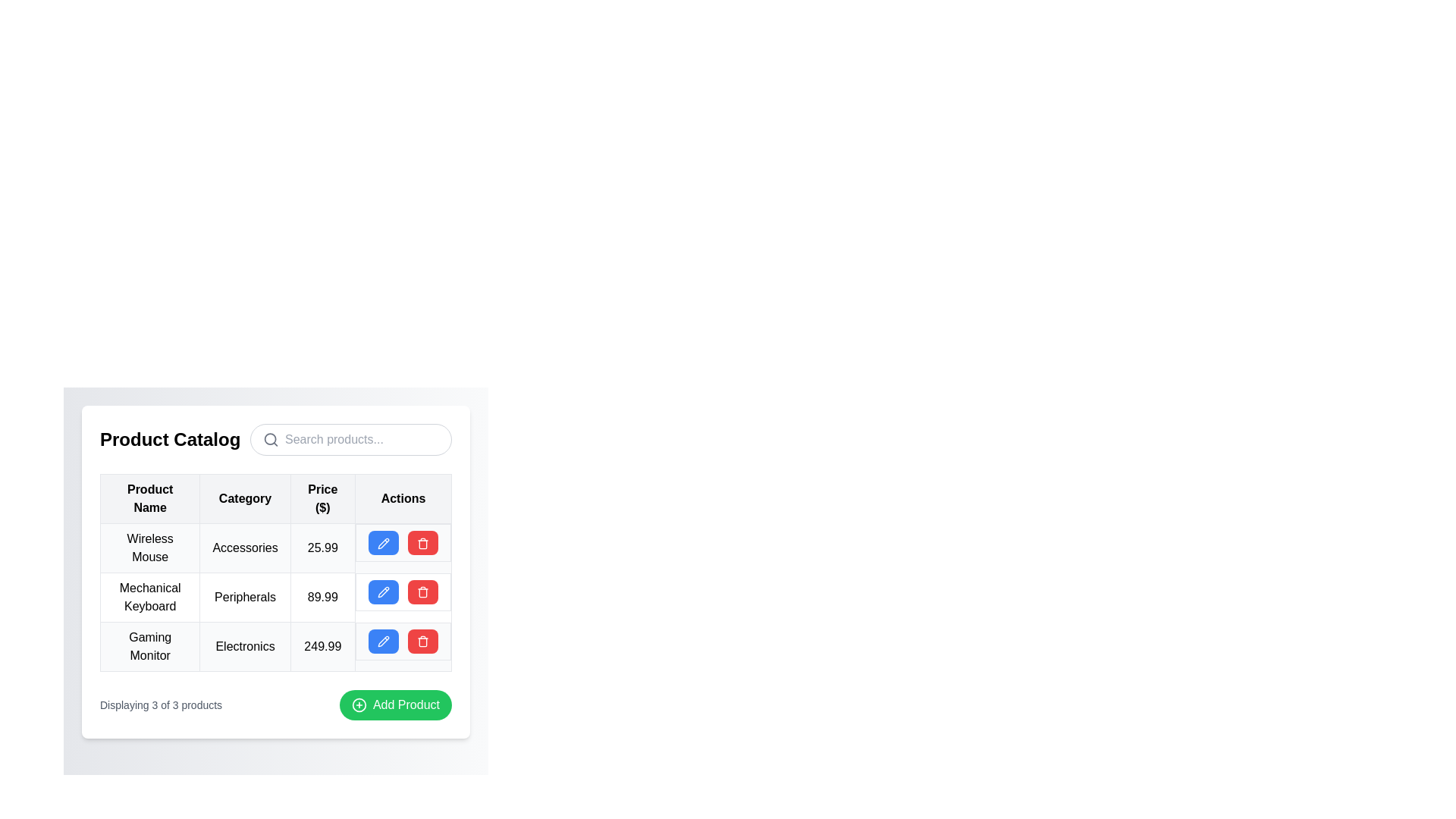 The image size is (1456, 819). I want to click on the search icon located on the right side of the composite UI component that combines a header and a search input field, which serves as the product catalog search functionality, so click(276, 439).